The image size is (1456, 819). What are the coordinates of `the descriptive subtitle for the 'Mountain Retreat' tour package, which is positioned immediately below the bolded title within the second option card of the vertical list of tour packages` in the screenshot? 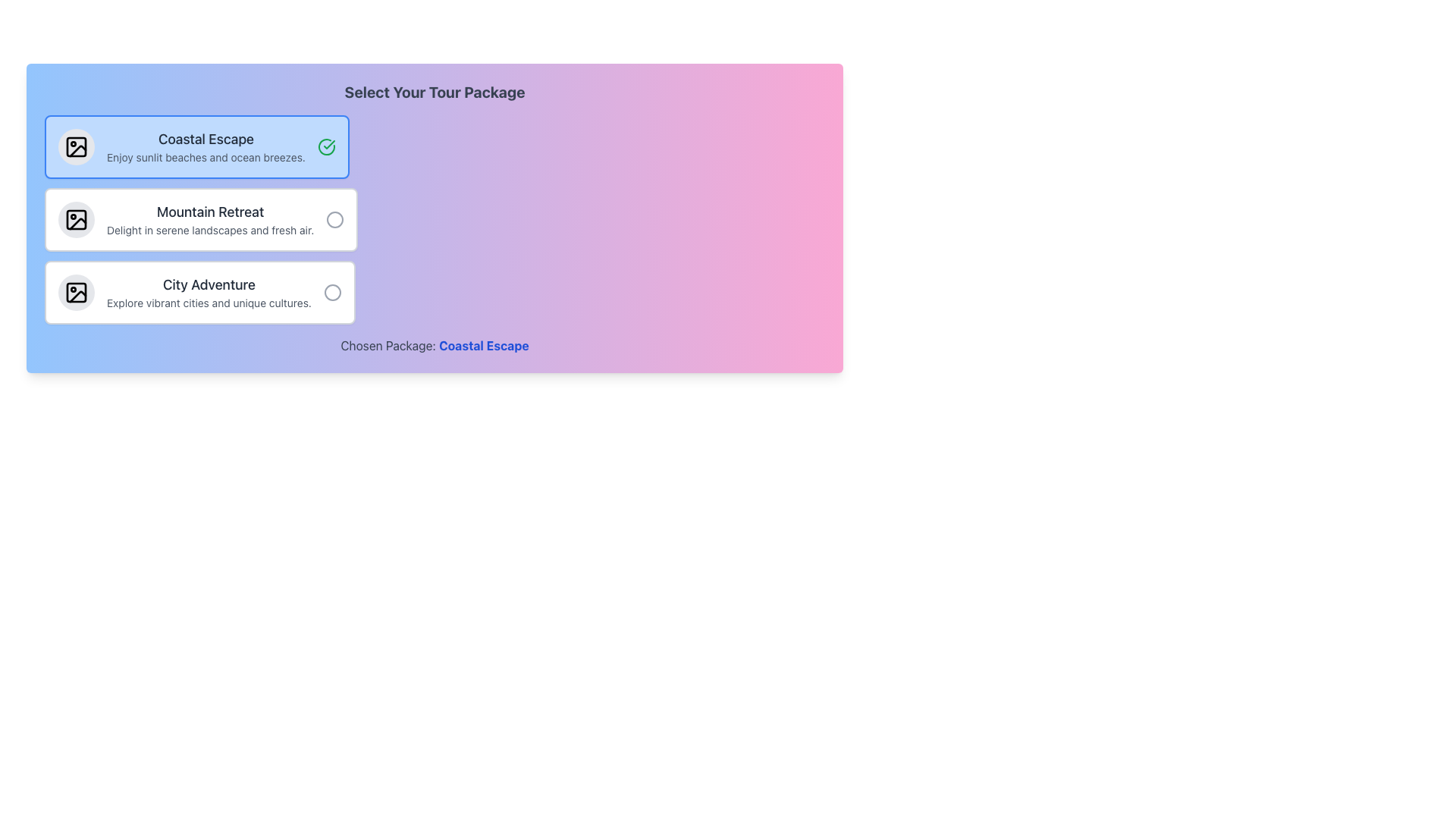 It's located at (209, 231).